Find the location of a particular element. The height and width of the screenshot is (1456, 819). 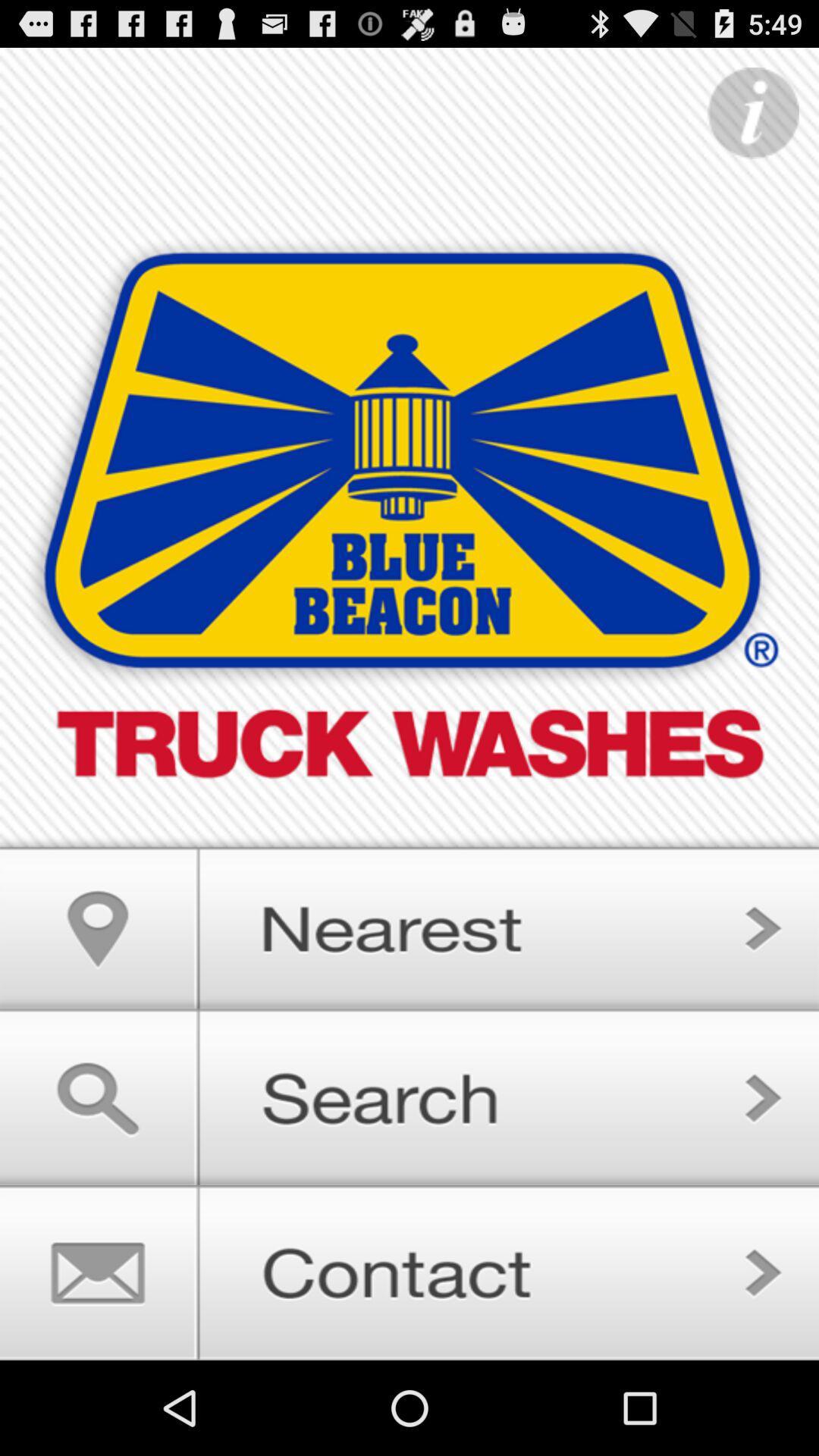

more closer is located at coordinates (409, 921).